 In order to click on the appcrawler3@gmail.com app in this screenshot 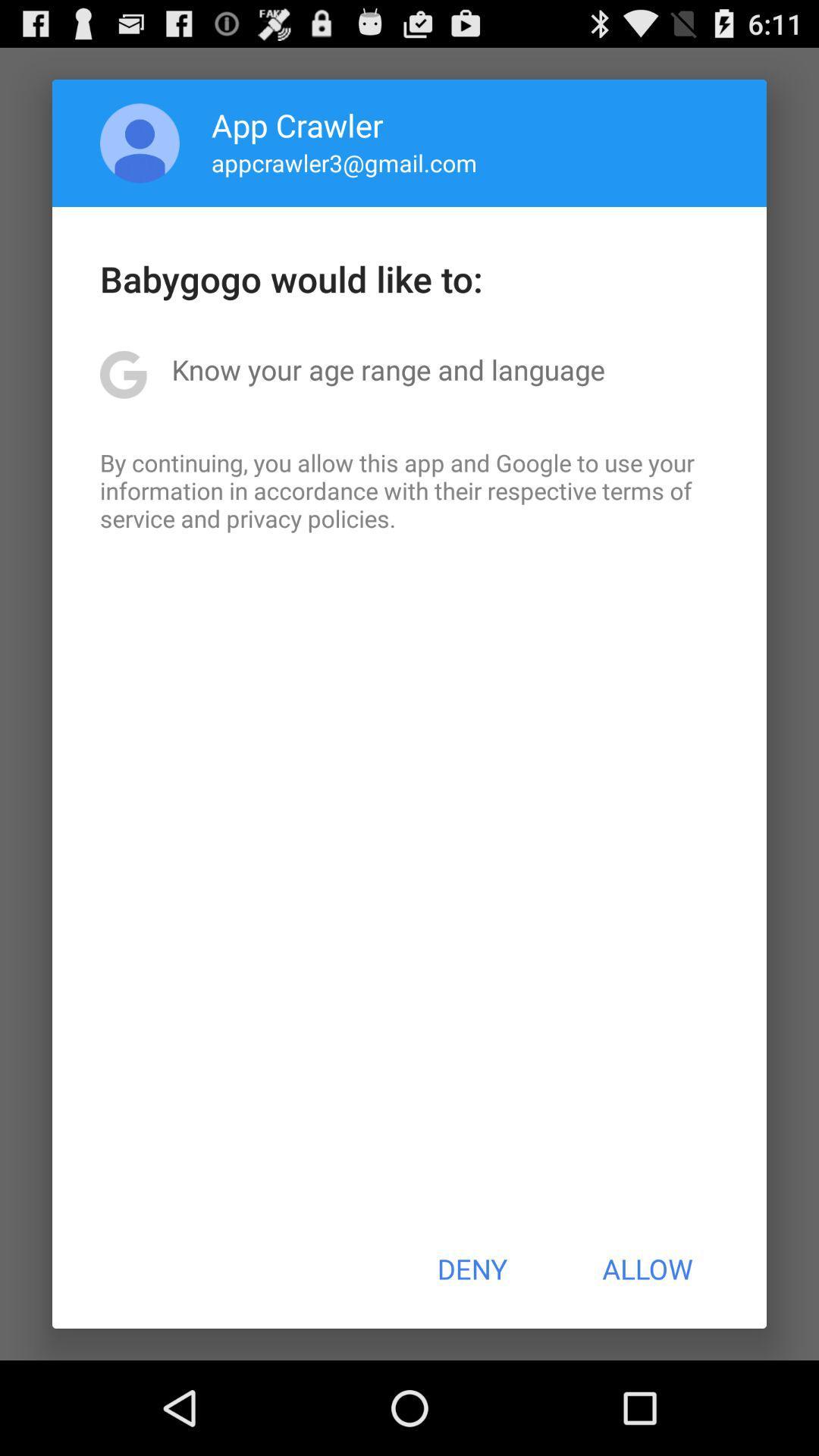, I will do `click(344, 162)`.